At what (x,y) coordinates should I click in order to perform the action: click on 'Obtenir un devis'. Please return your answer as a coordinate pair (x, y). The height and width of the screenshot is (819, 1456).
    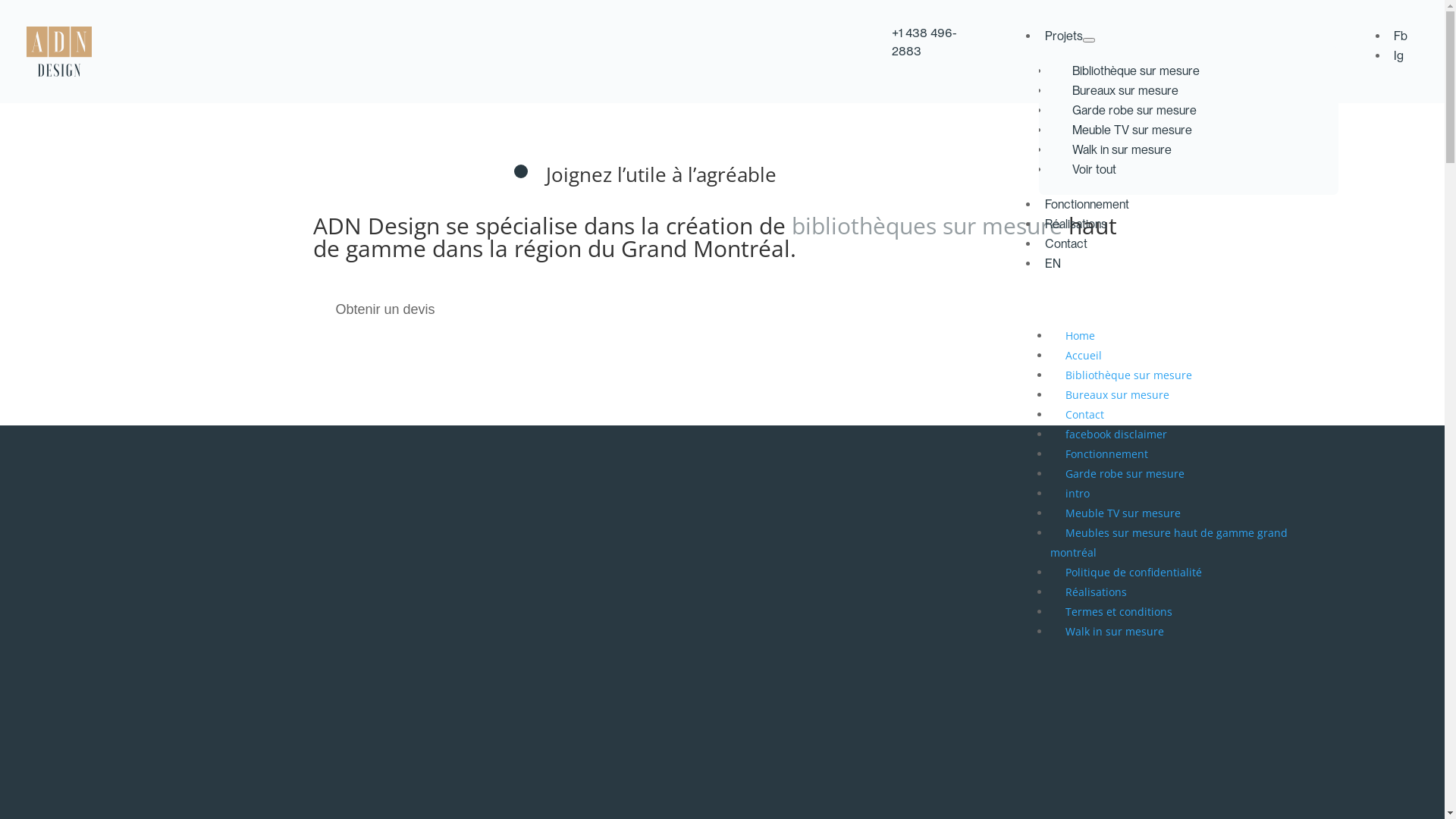
    Looking at the image, I should click on (384, 309).